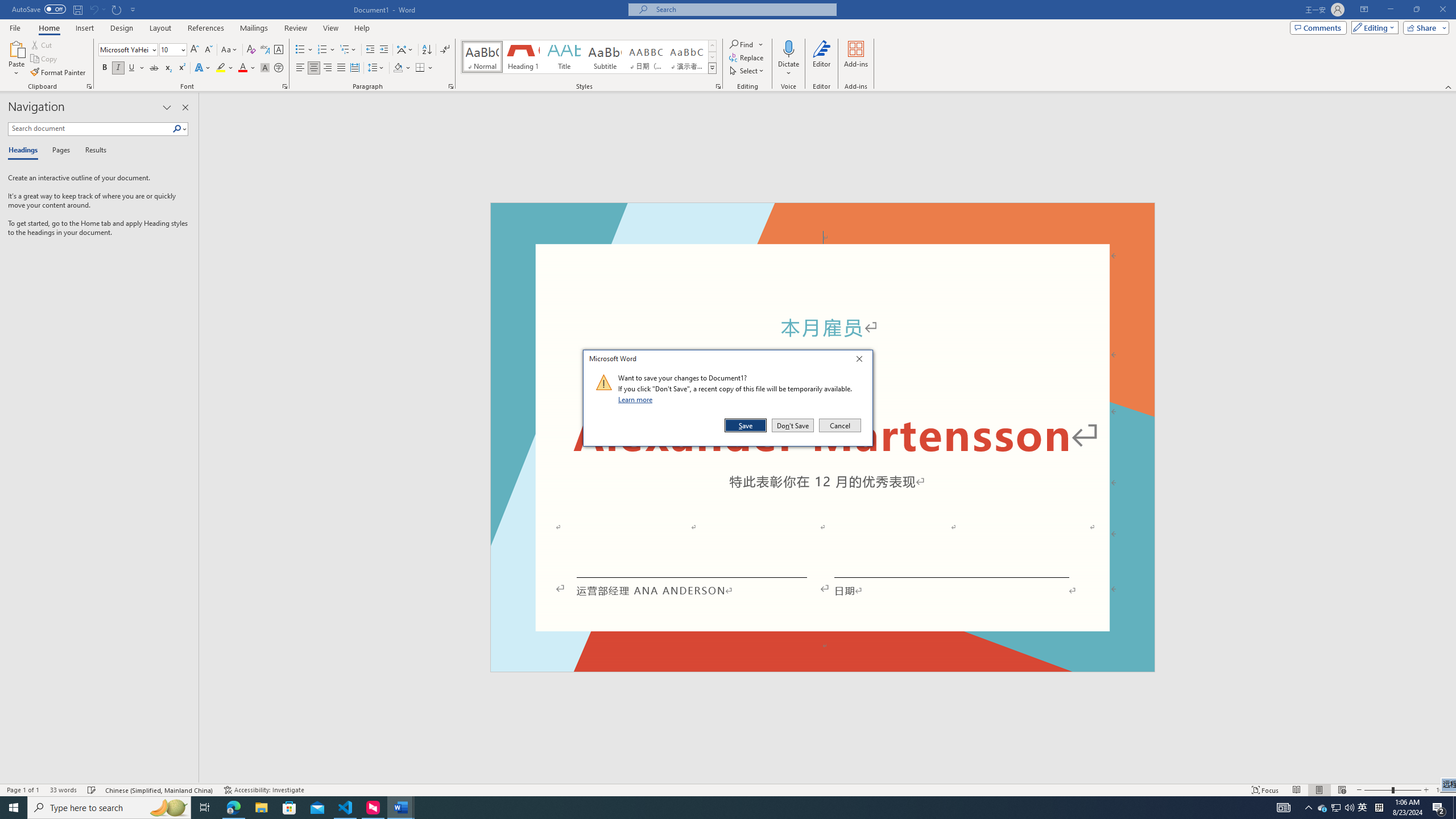  Describe the element at coordinates (109, 806) in the screenshot. I see `'Type here to search'` at that location.